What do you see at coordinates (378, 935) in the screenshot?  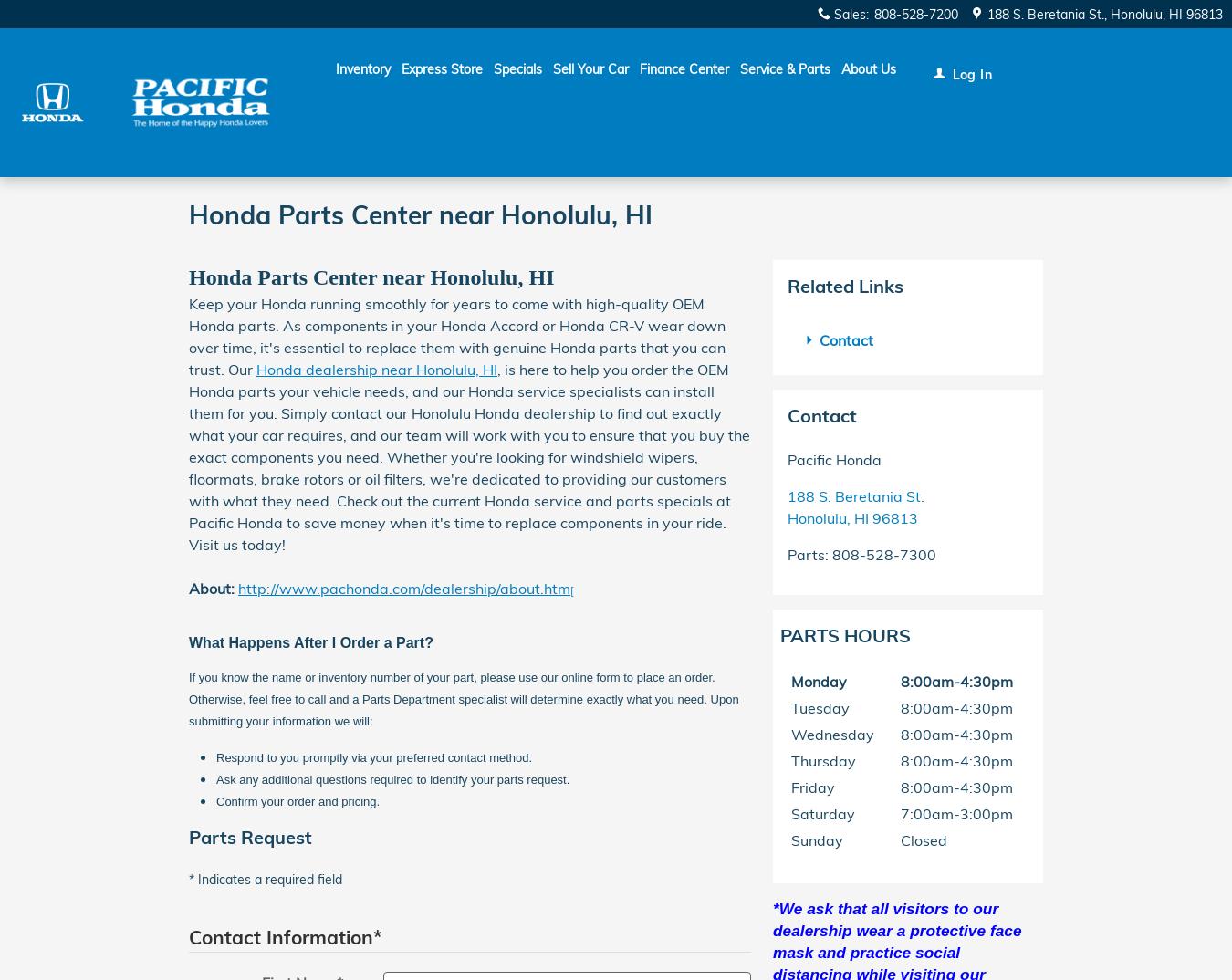 I see `'*'` at bounding box center [378, 935].